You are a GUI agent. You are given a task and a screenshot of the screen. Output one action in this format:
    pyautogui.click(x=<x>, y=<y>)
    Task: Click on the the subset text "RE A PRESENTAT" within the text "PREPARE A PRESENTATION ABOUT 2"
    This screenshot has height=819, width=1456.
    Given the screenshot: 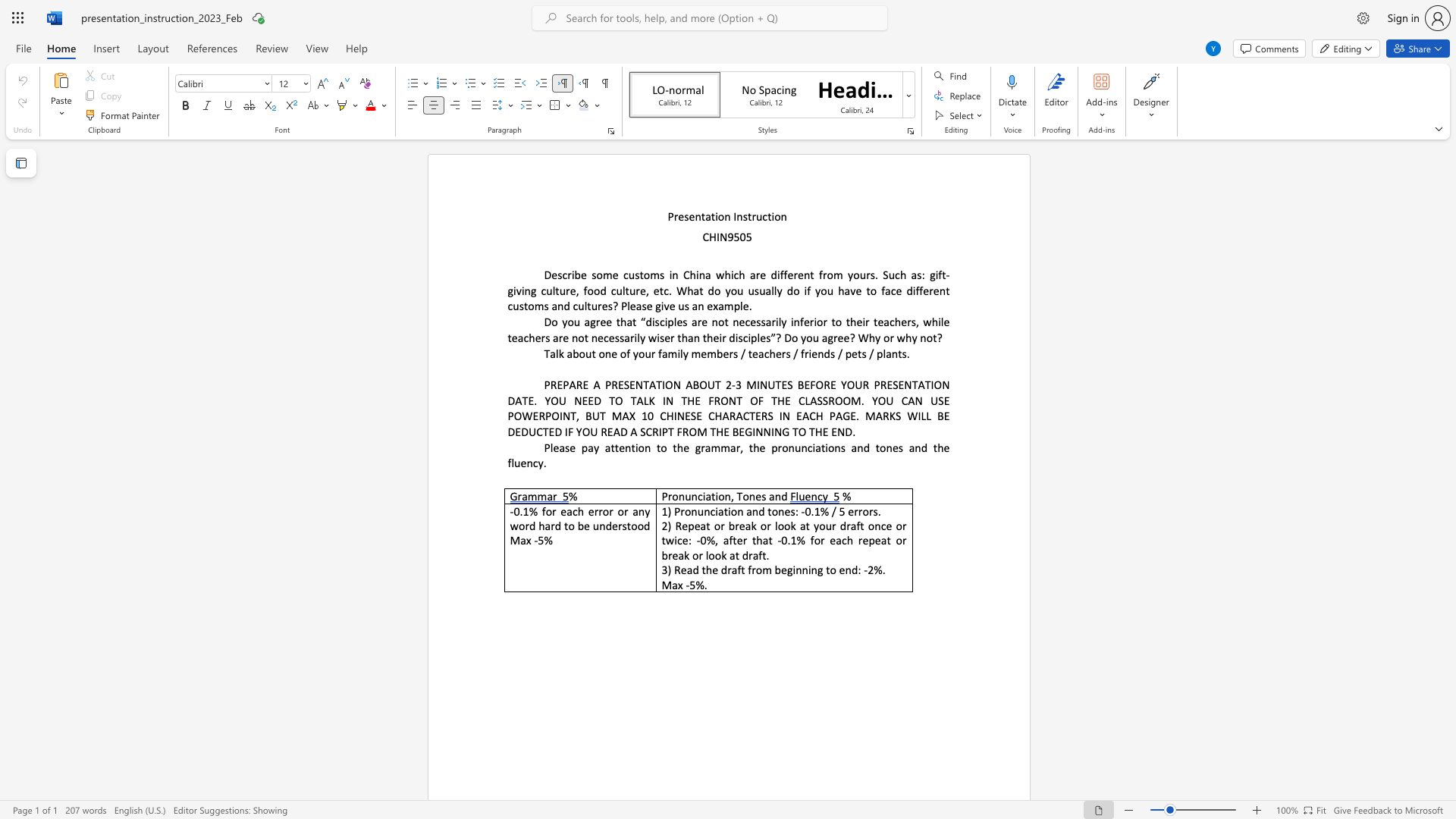 What is the action you would take?
    pyautogui.click(x=575, y=384)
    